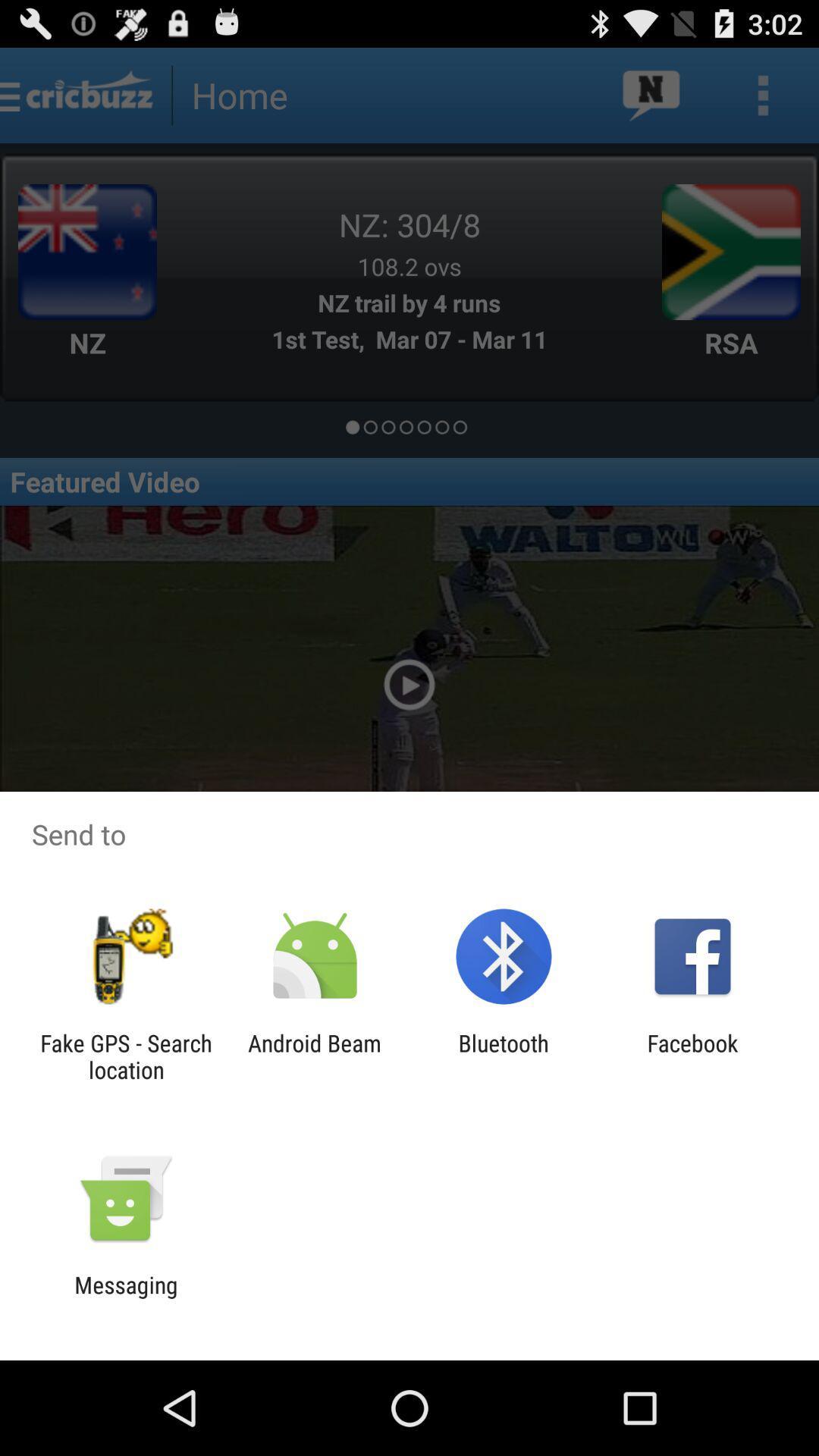 The image size is (819, 1456). What do you see at coordinates (125, 1056) in the screenshot?
I see `app next to the android beam icon` at bounding box center [125, 1056].